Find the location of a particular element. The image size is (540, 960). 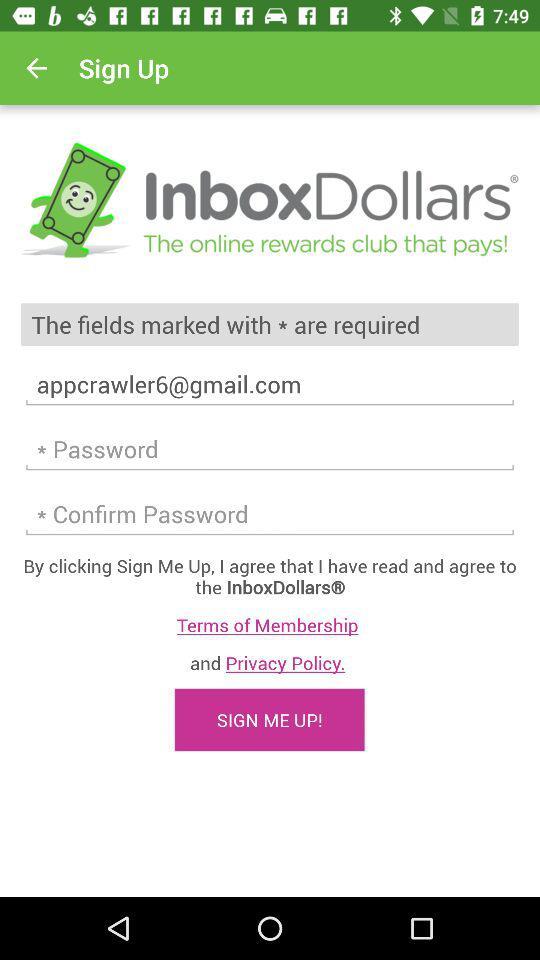

icon below the by clicking sign item is located at coordinates (270, 624).